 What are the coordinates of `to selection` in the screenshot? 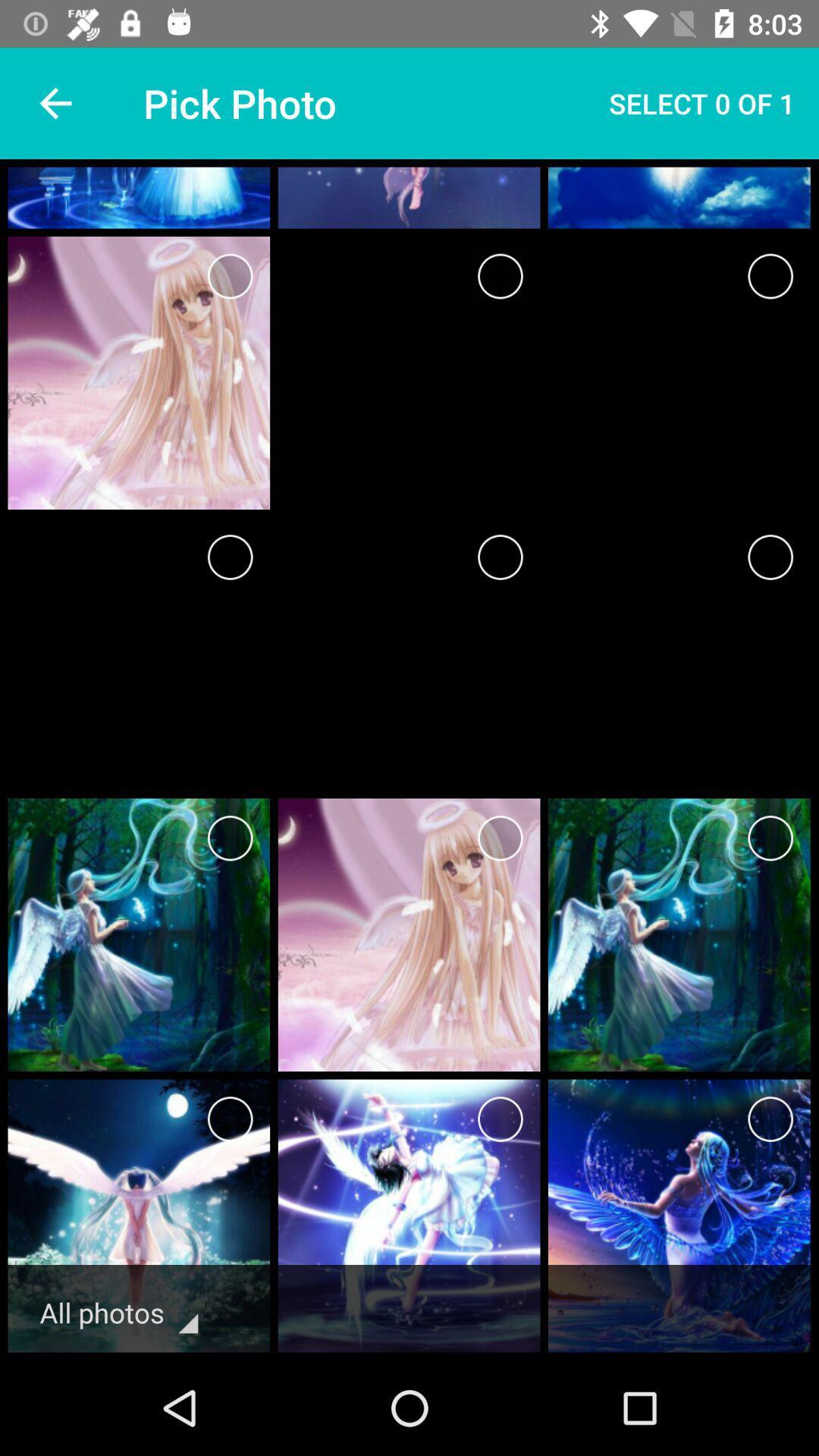 It's located at (230, 1119).